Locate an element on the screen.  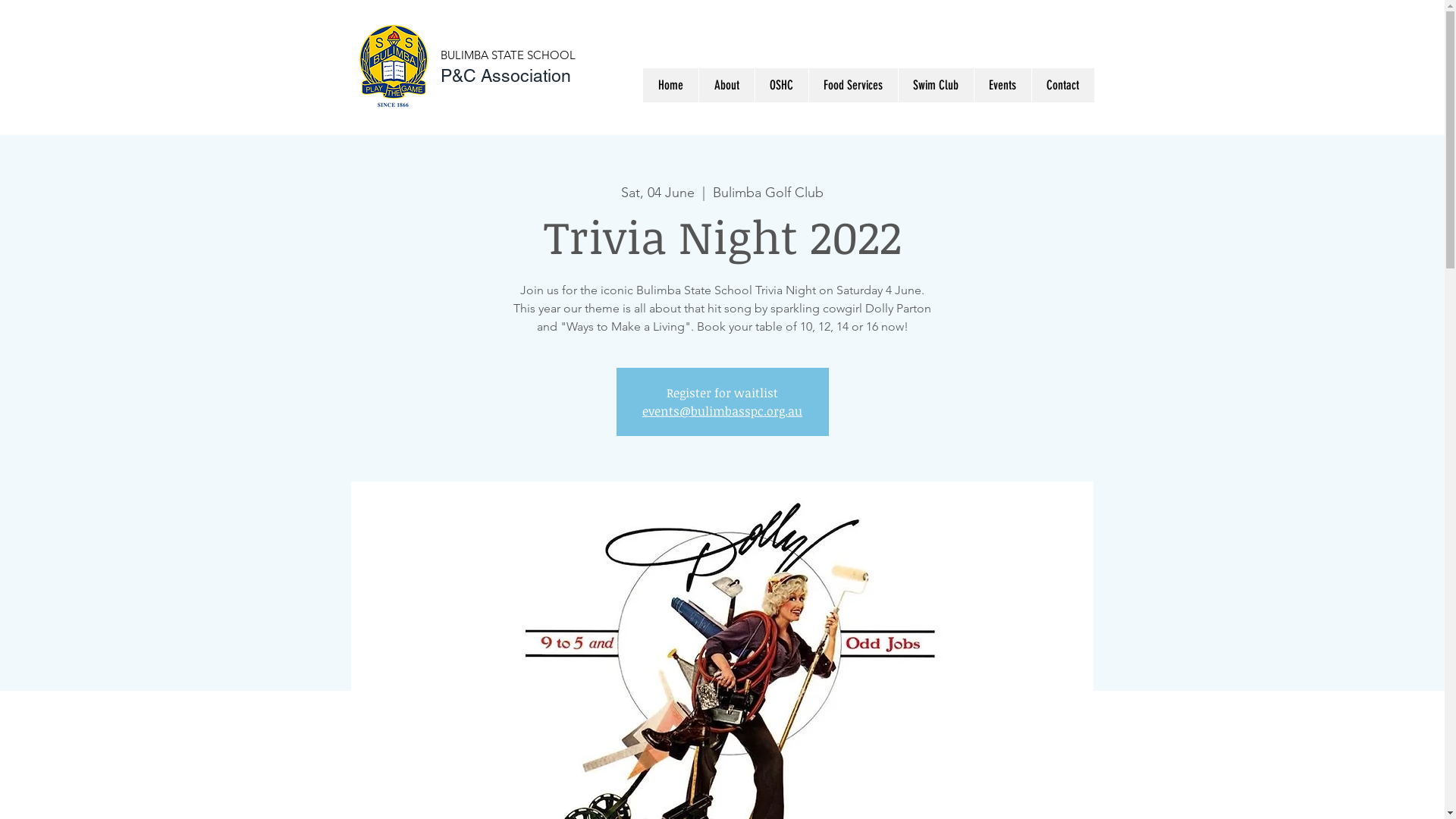
'About' is located at coordinates (724, 85).